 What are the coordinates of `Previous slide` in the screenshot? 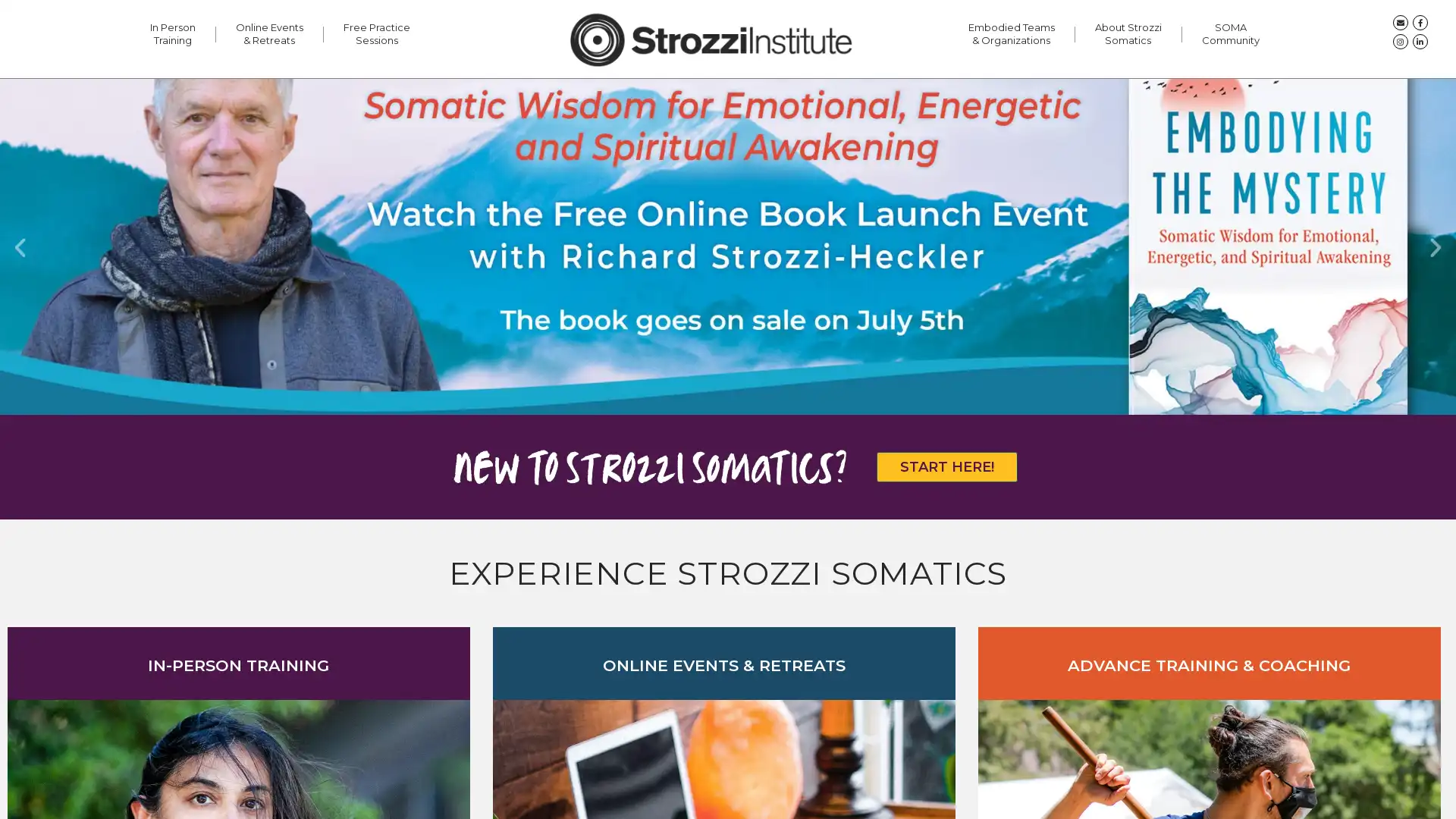 It's located at (20, 246).